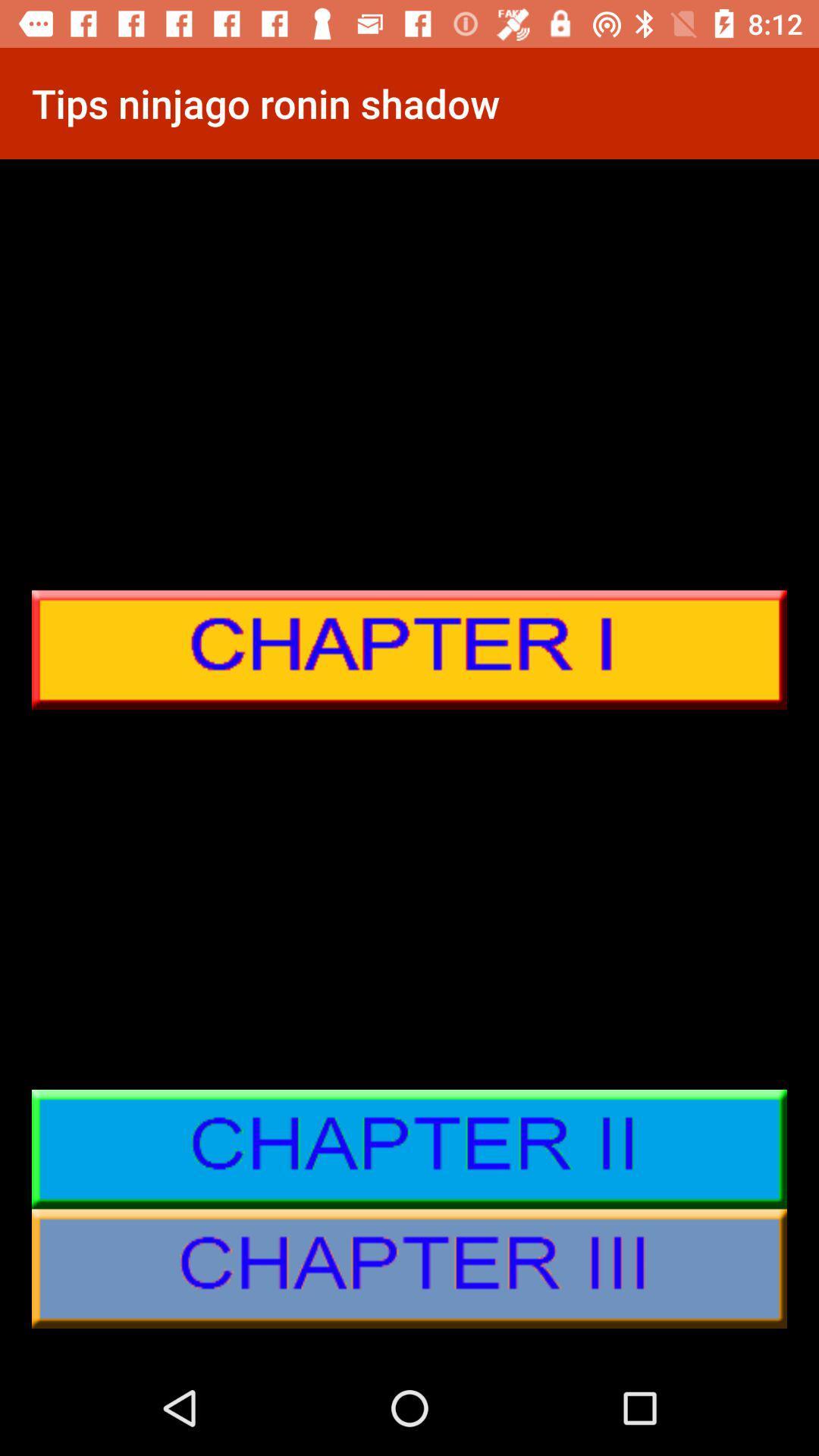 This screenshot has height=1456, width=819. What do you see at coordinates (409, 1269) in the screenshot?
I see `chapter 3` at bounding box center [409, 1269].